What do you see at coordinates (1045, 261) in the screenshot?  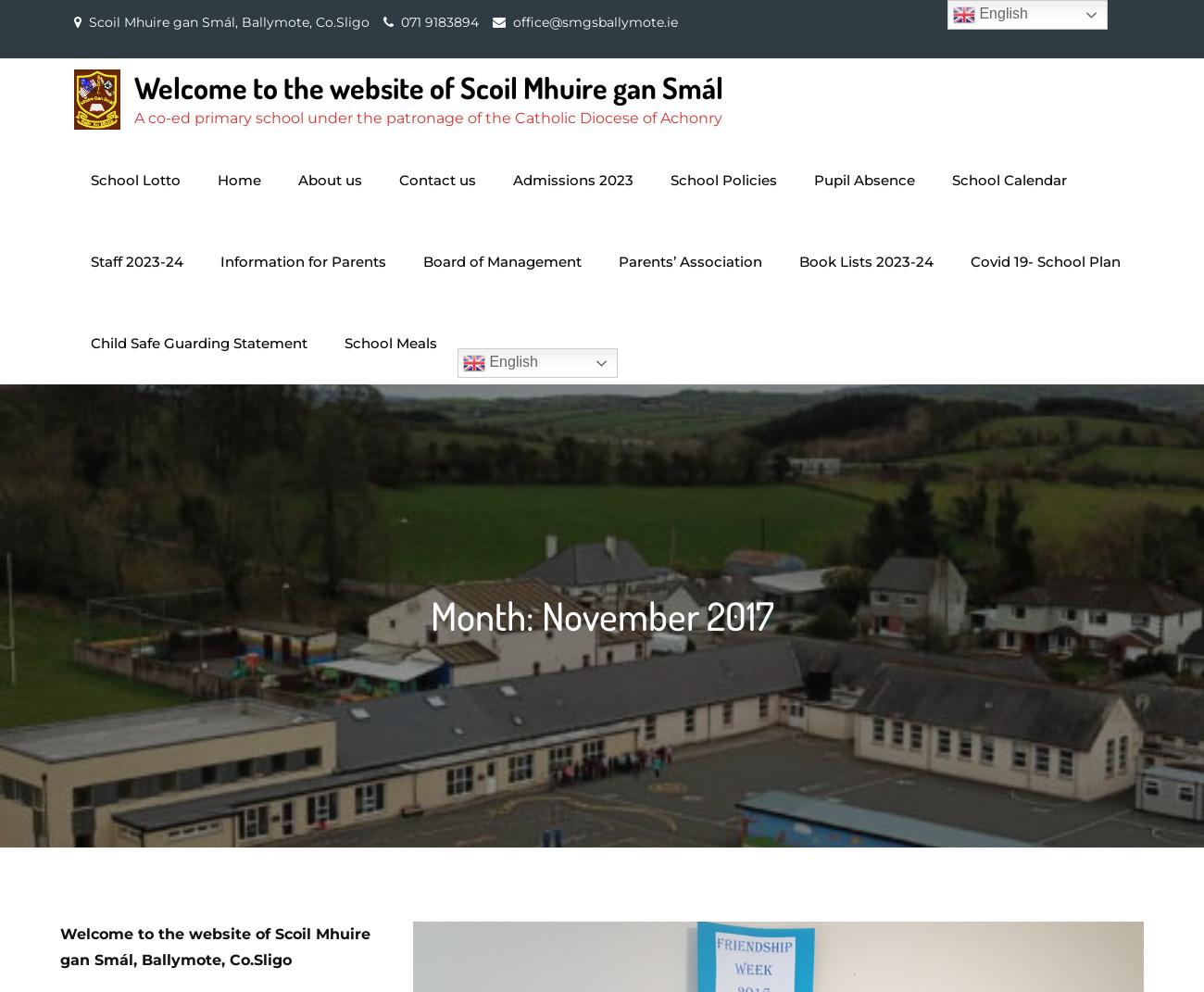 I see `'Covid 19- School Plan'` at bounding box center [1045, 261].